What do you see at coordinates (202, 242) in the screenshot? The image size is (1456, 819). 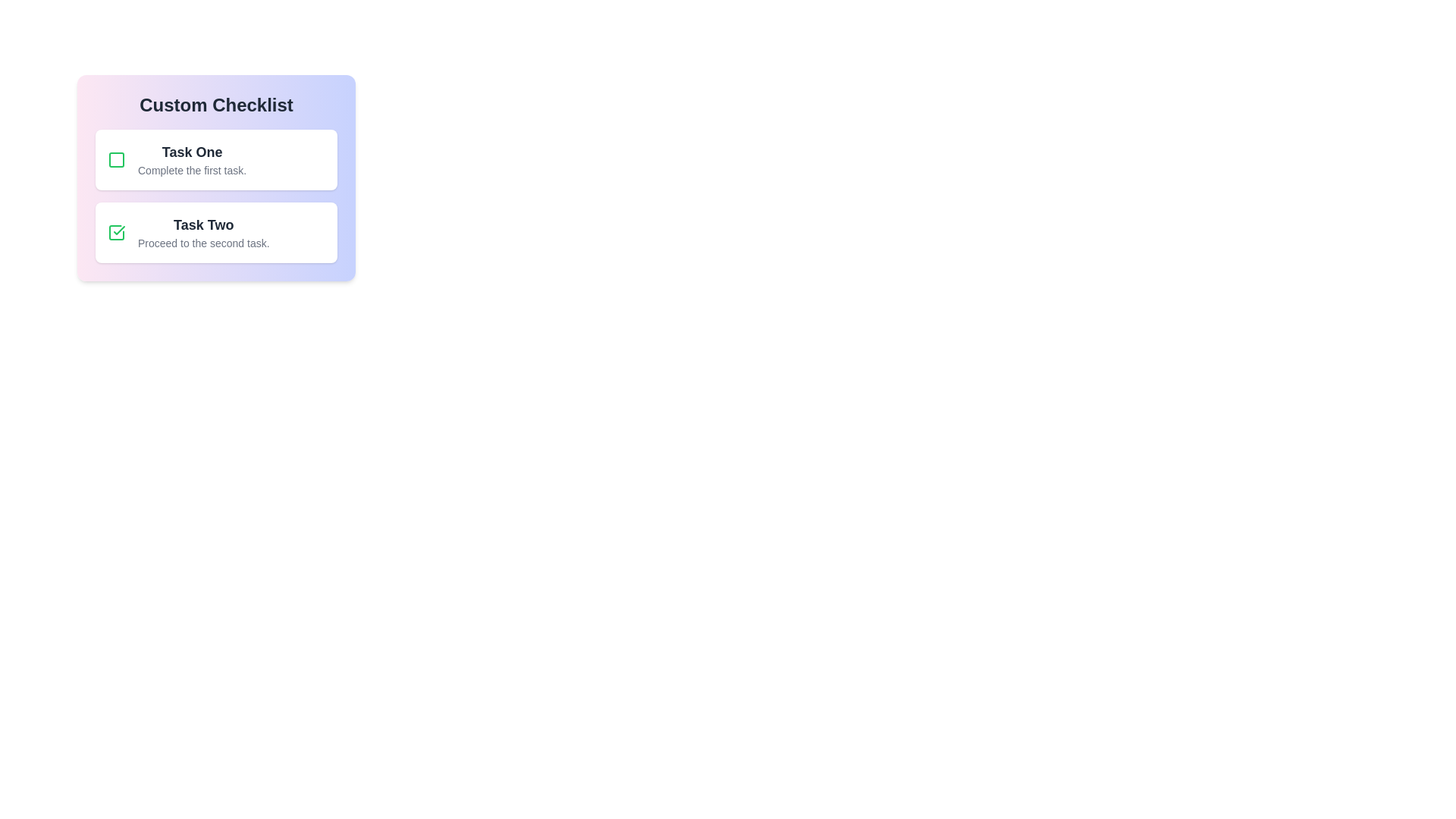 I see `the text label reading 'Proceed to the second task.' which is styled with a small font size and light gray color, located below the bold heading 'Task Two' in a left-aligned checklist interface` at bounding box center [202, 242].